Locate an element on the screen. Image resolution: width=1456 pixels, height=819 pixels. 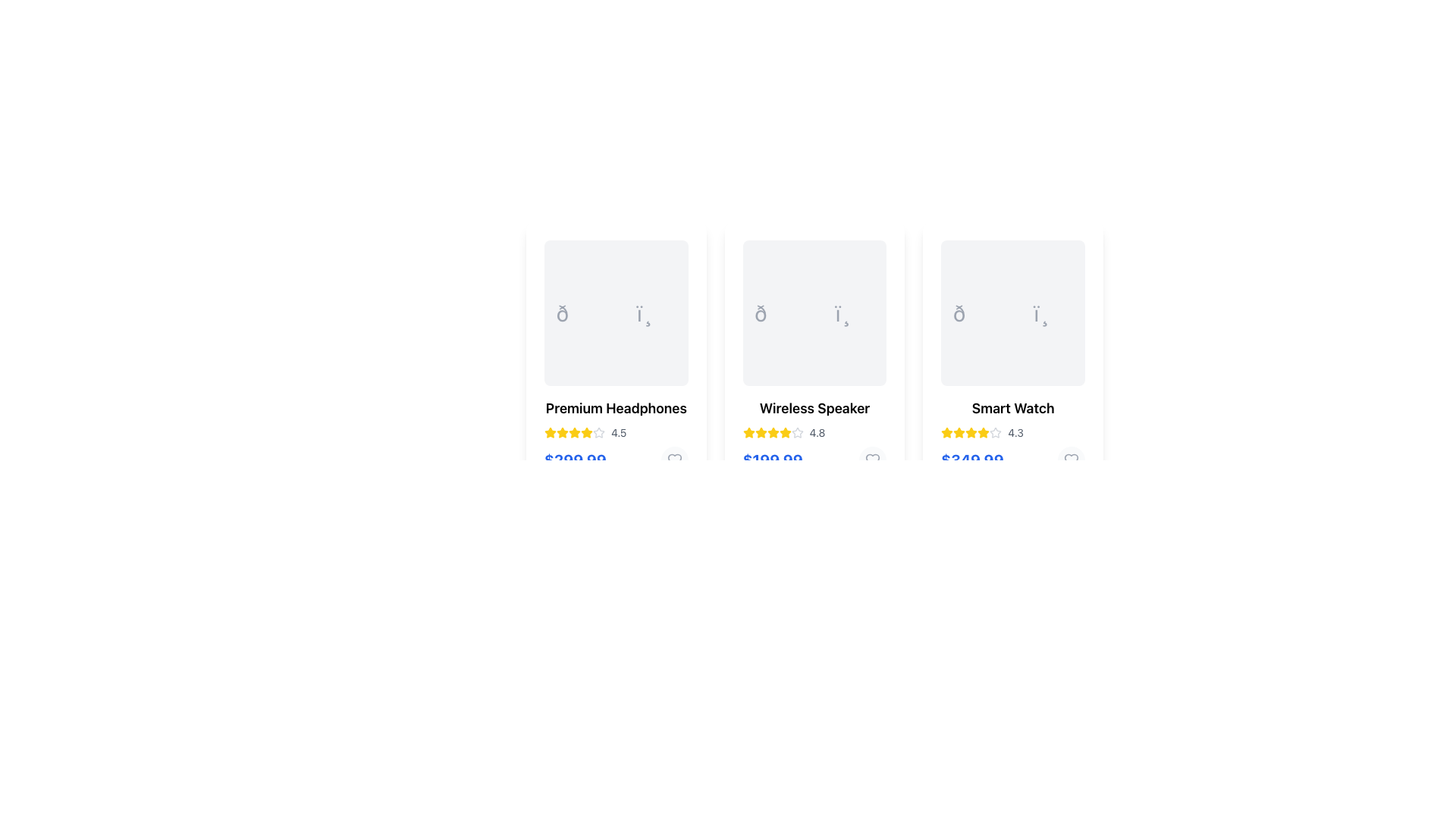
the text displaying the numerical representation of the rating value '4.3', which is located directly to the right of the last star icon in the product listing card is located at coordinates (1015, 432).